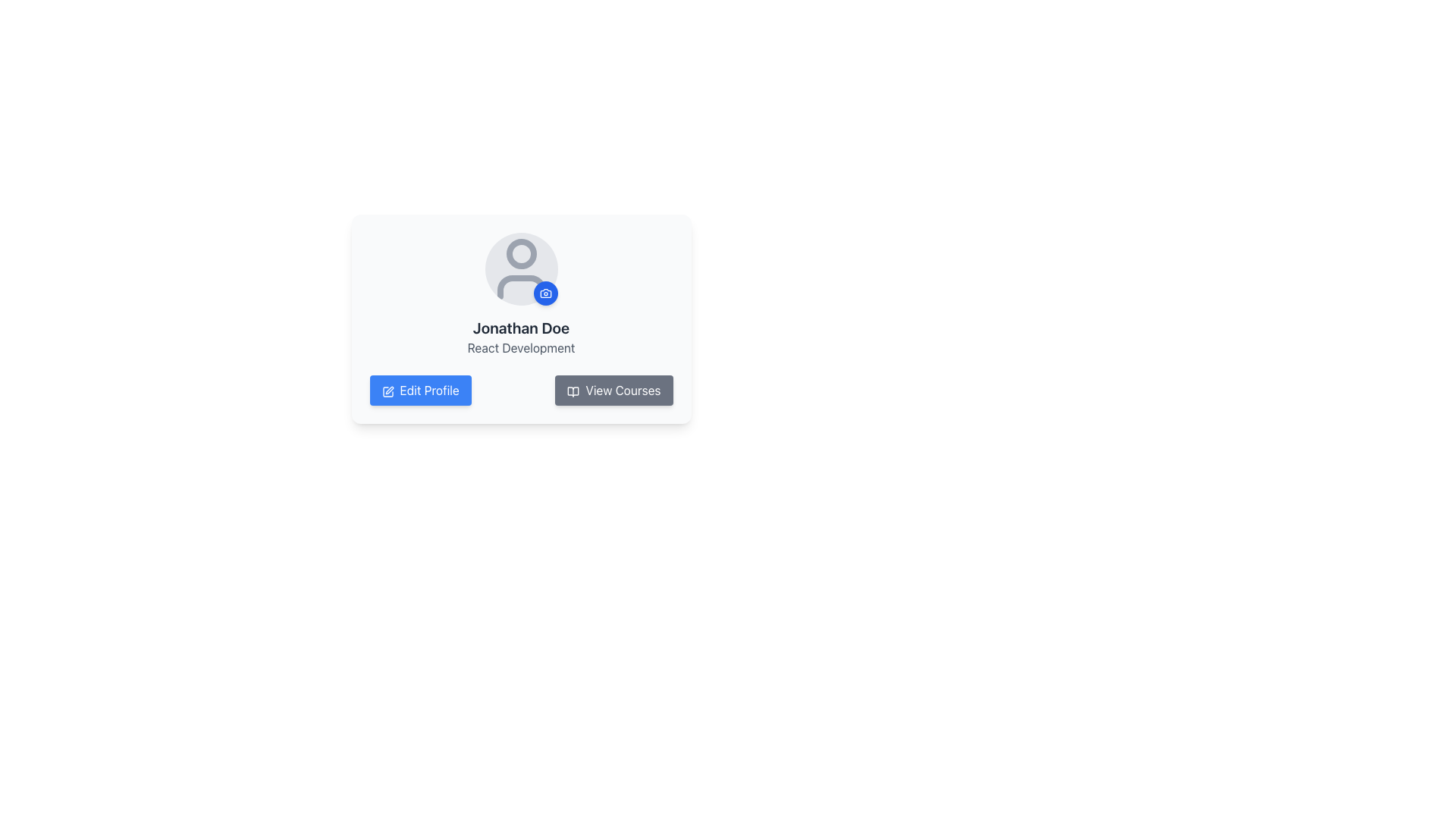  Describe the element at coordinates (521, 336) in the screenshot. I see `text displayed in the text display element which shows 'Jonathan Doe' and 'React Development' centered on a white card background` at that location.